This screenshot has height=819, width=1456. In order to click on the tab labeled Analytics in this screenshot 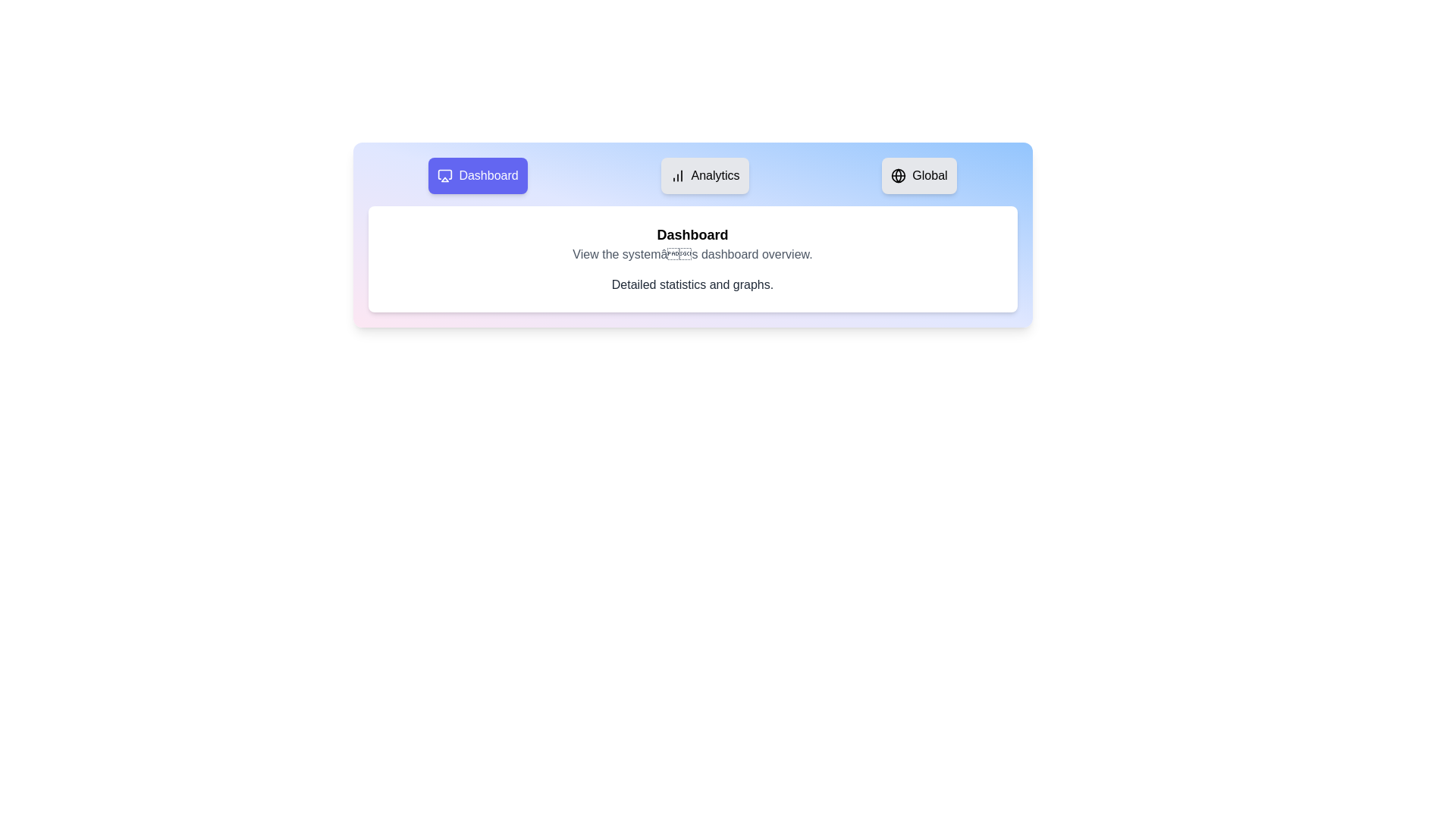, I will do `click(704, 174)`.